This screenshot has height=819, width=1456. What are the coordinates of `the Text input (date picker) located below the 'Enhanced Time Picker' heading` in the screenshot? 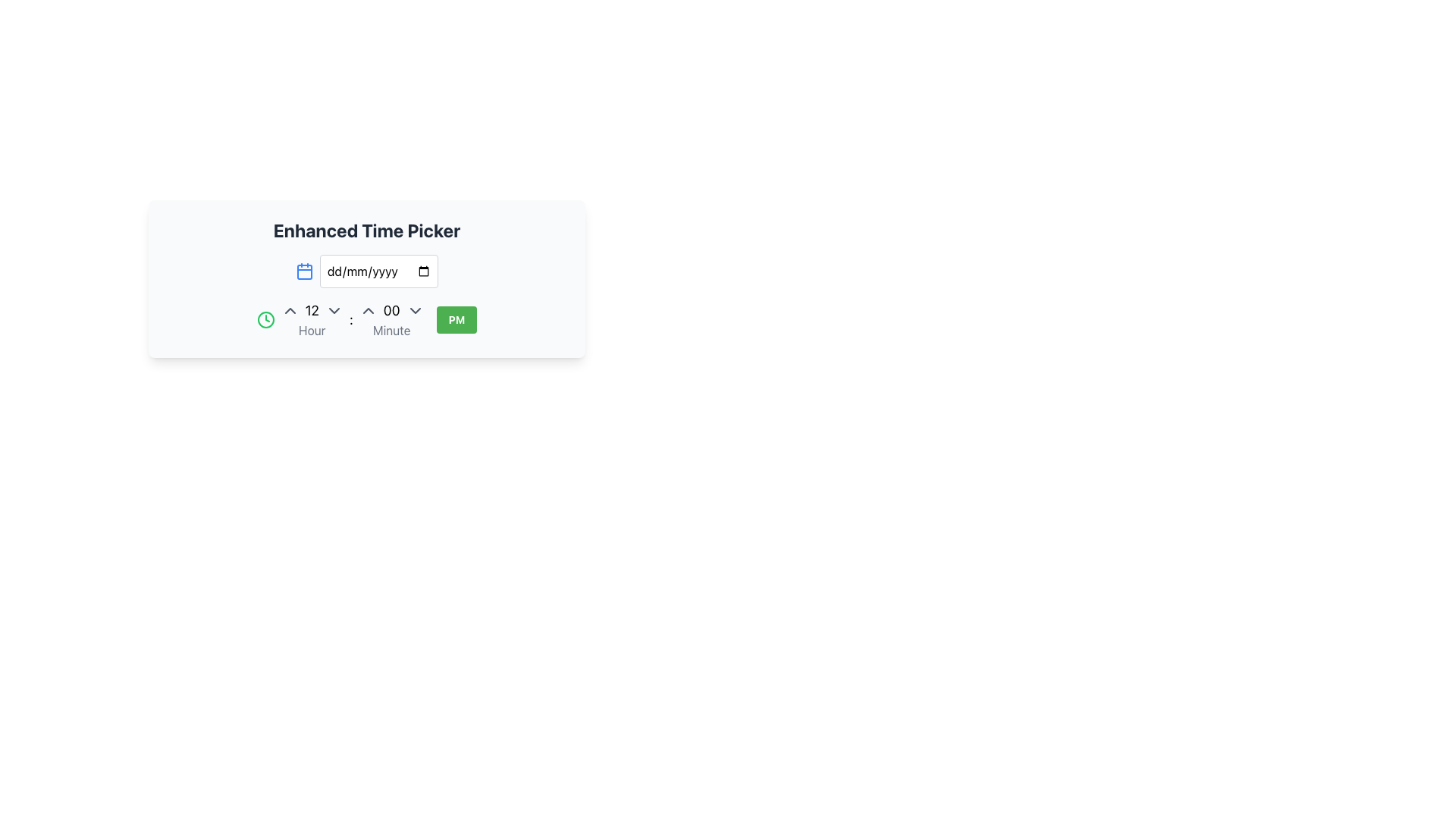 It's located at (367, 271).